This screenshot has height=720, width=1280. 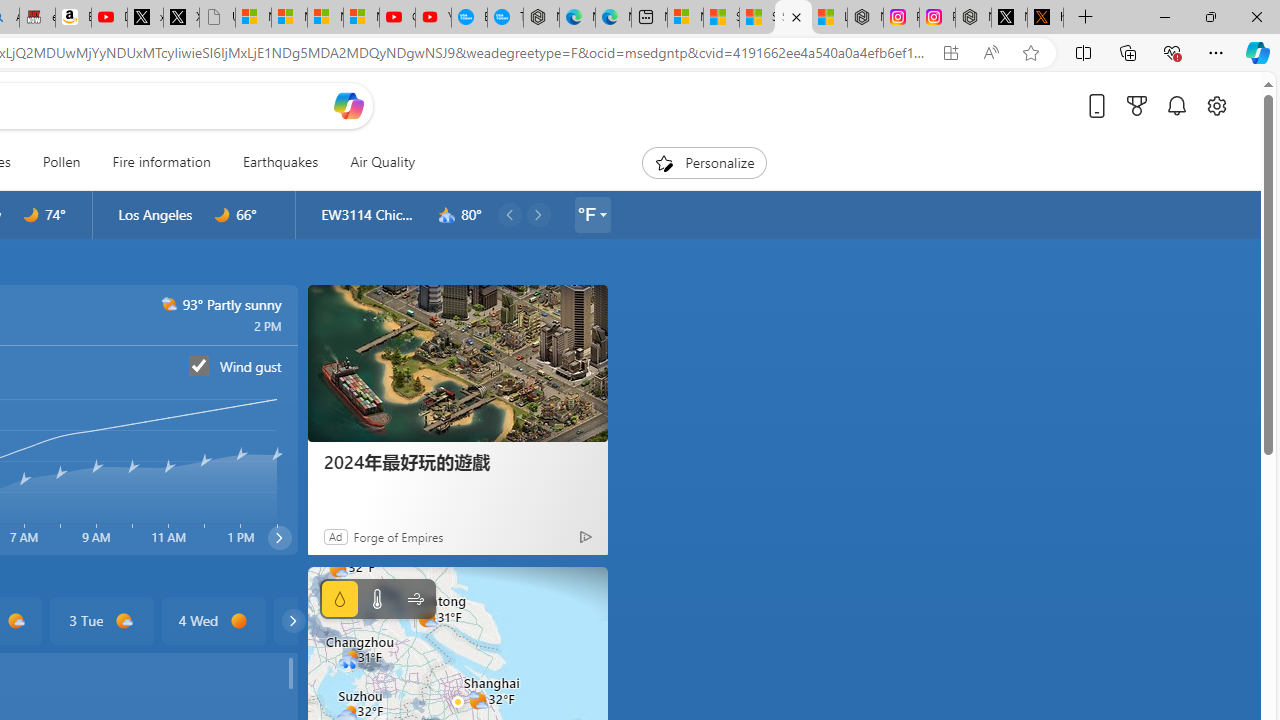 What do you see at coordinates (108, 17) in the screenshot?
I see `'Day 1: Arriving in Yemen (surreal to be here) - YouTube'` at bounding box center [108, 17].